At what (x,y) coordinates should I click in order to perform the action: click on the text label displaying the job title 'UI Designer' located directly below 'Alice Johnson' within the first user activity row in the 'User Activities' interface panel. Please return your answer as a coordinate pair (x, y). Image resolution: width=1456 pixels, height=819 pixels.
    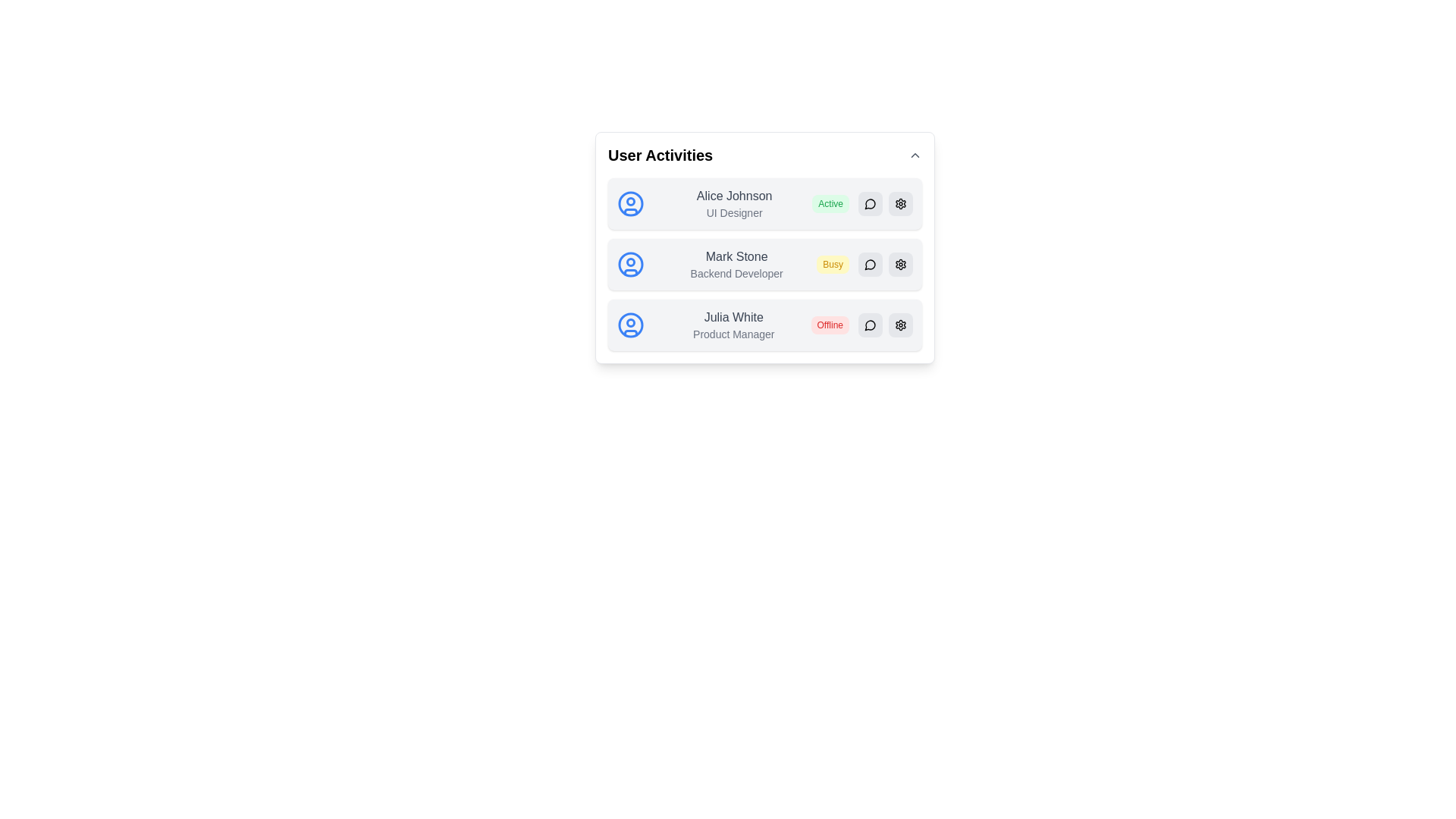
    Looking at the image, I should click on (734, 213).